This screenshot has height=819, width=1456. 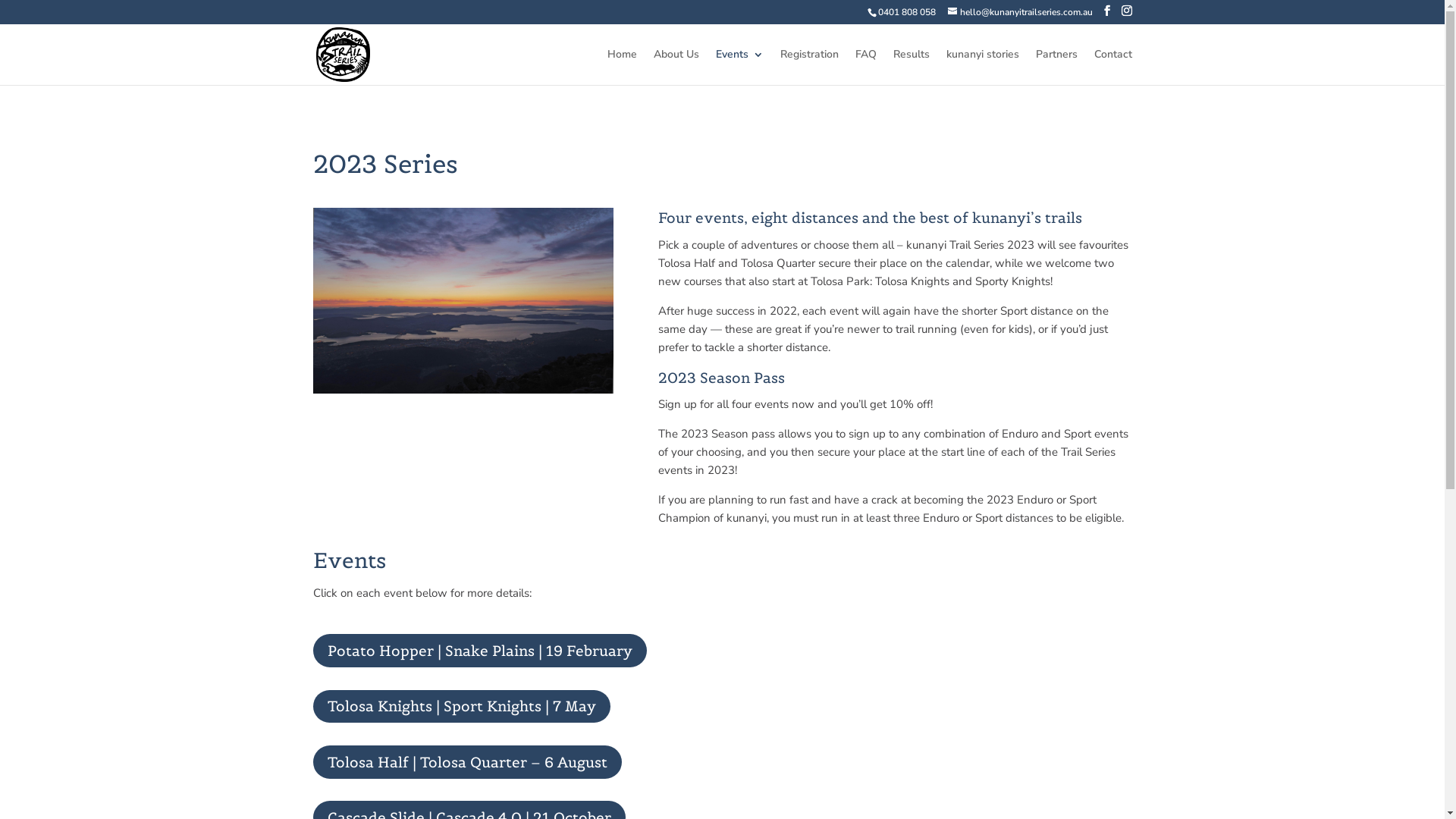 I want to click on 'Potato Hopper | Snake Plains | 19 February', so click(x=479, y=649).